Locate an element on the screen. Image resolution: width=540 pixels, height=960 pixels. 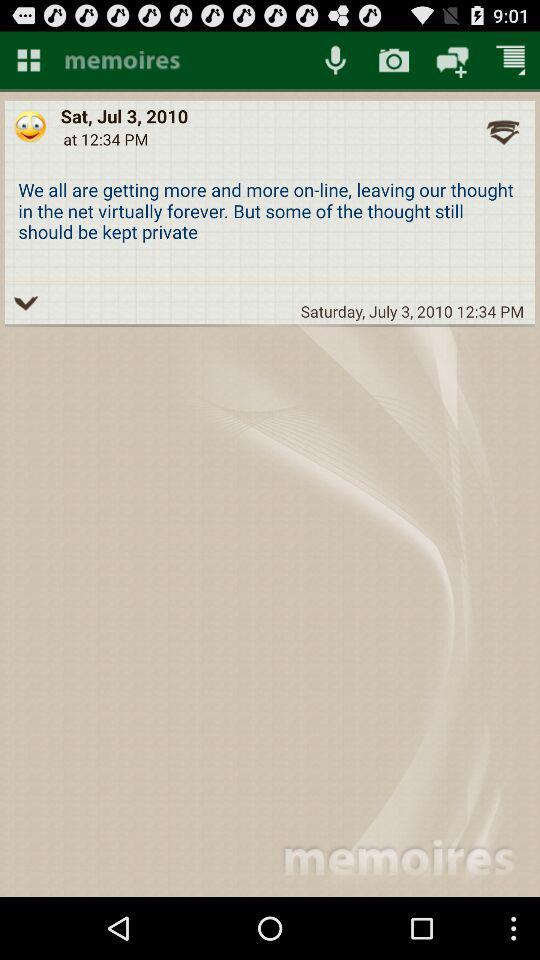
the cart icon is located at coordinates (511, 64).